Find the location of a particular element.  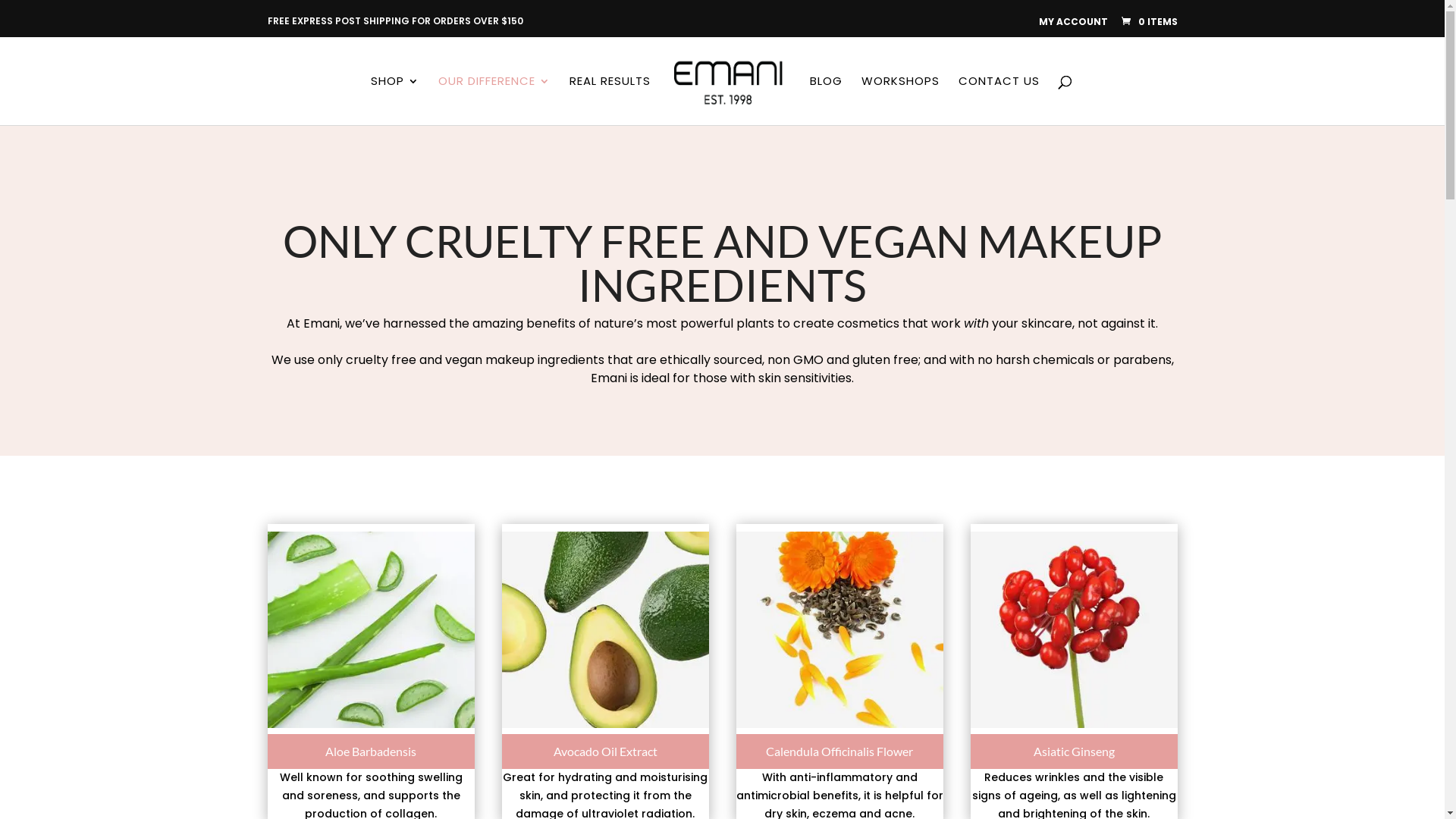

'0 ITEMS' is located at coordinates (1148, 21).